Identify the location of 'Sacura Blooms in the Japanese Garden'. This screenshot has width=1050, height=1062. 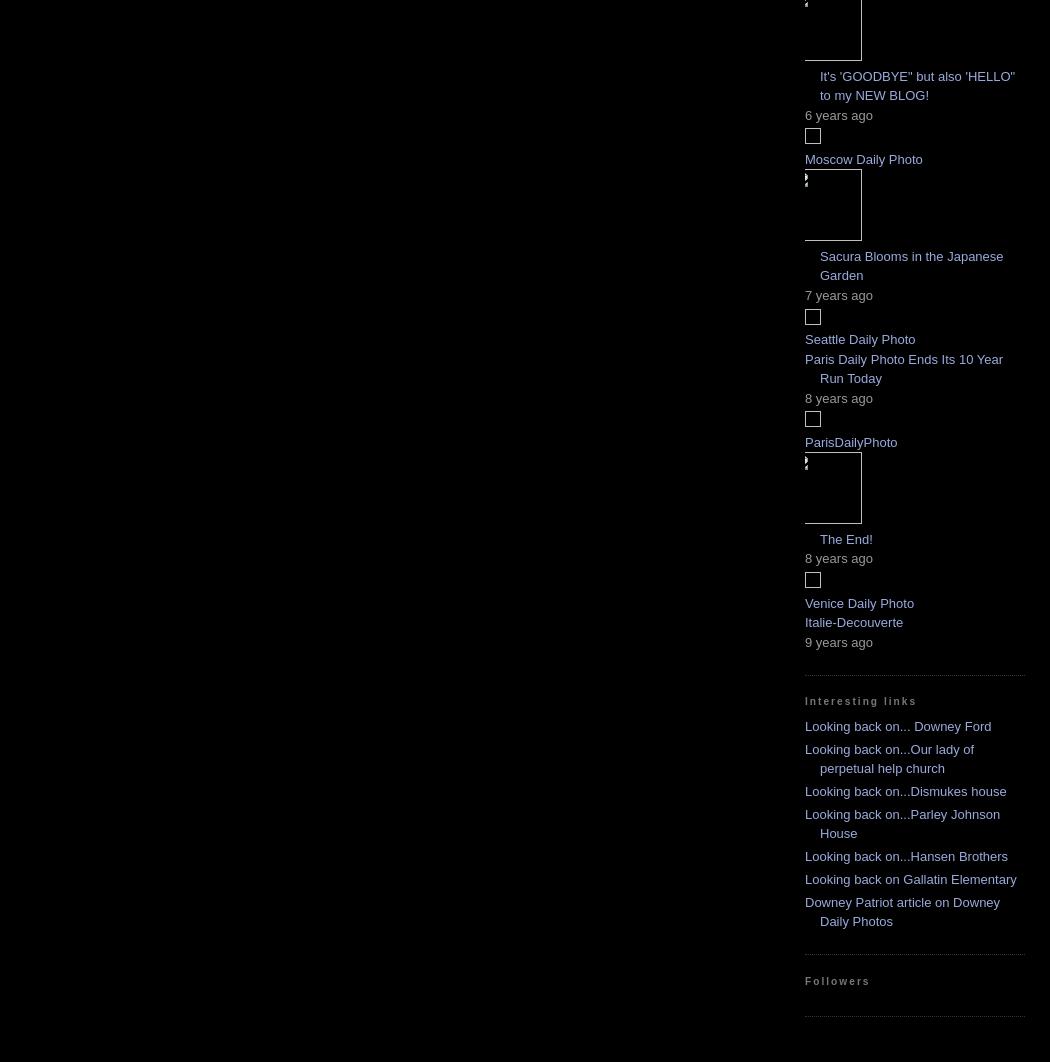
(819, 265).